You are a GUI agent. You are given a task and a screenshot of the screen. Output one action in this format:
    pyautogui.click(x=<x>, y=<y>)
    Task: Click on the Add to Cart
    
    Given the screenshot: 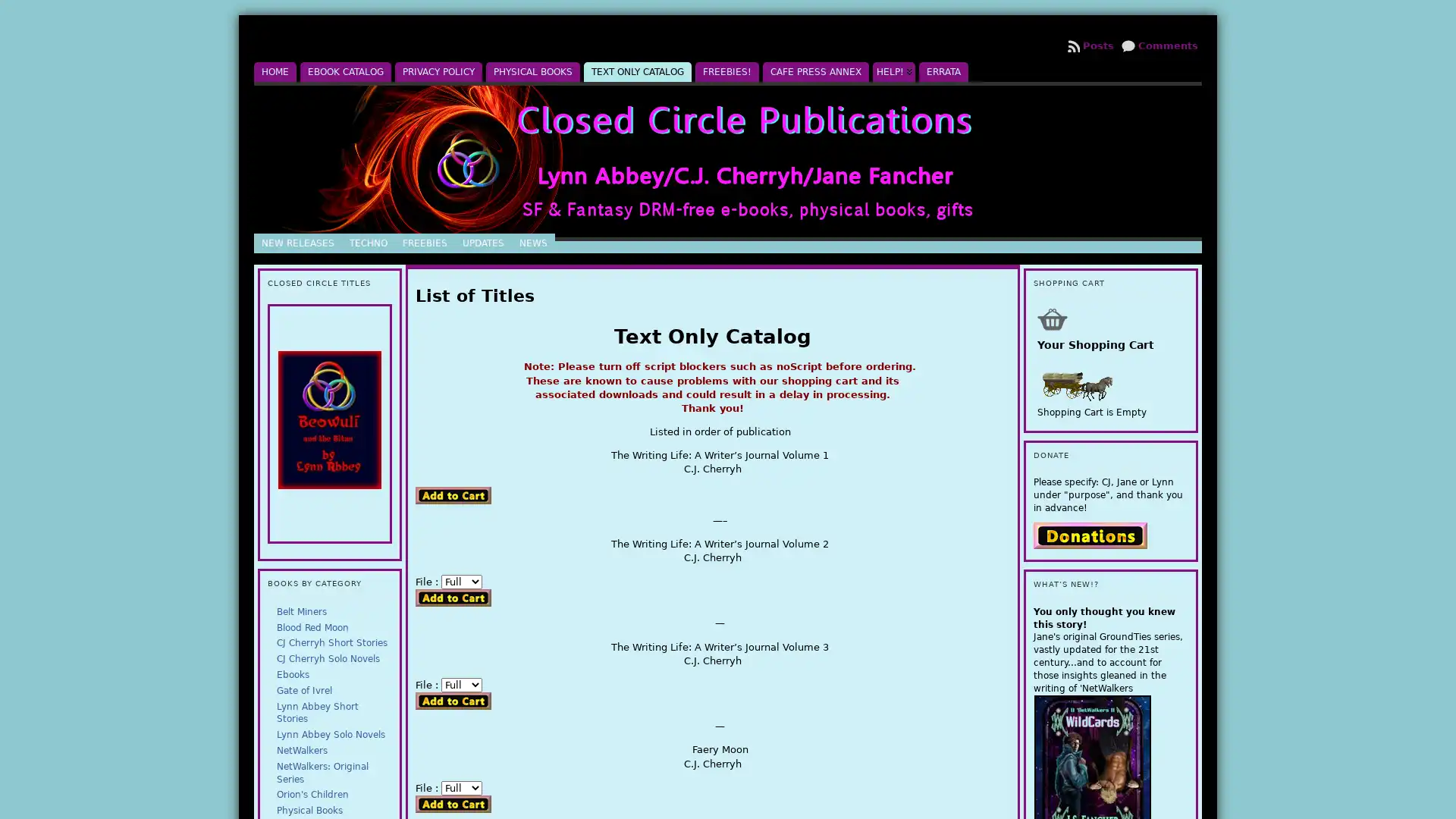 What is the action you would take?
    pyautogui.click(x=453, y=802)
    